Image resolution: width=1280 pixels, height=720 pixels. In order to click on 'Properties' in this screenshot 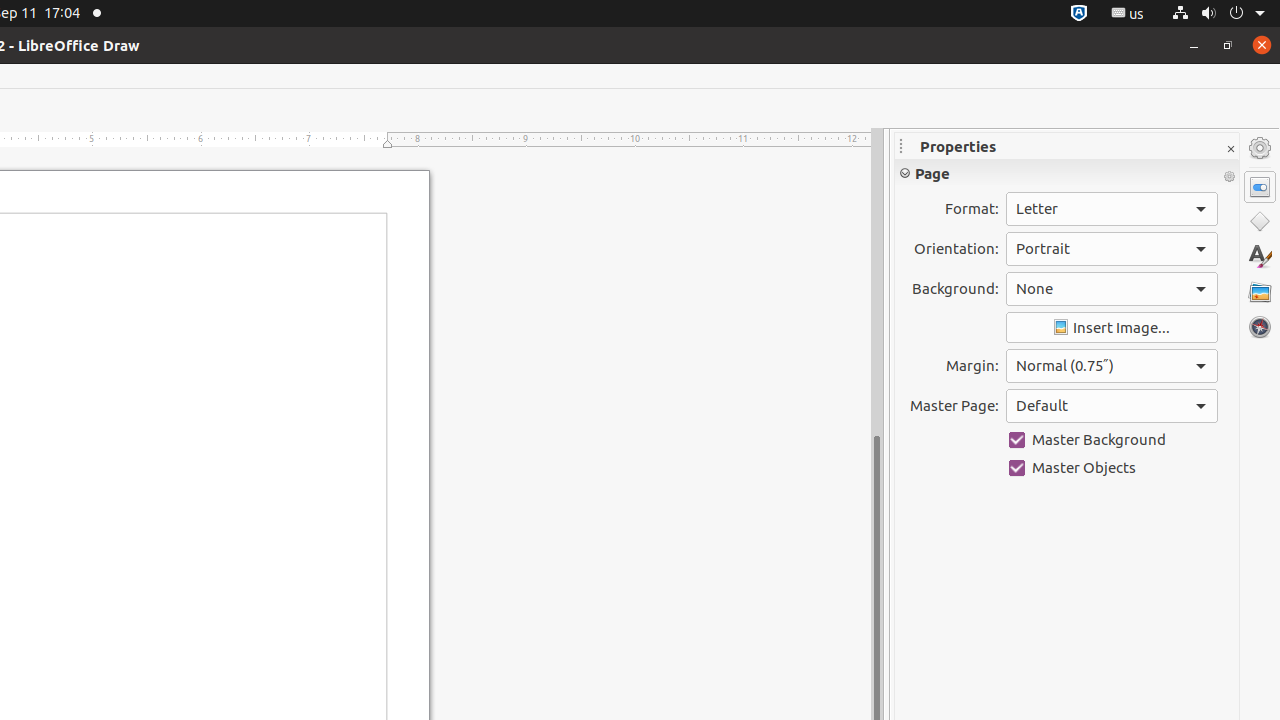, I will do `click(1066, 145)`.